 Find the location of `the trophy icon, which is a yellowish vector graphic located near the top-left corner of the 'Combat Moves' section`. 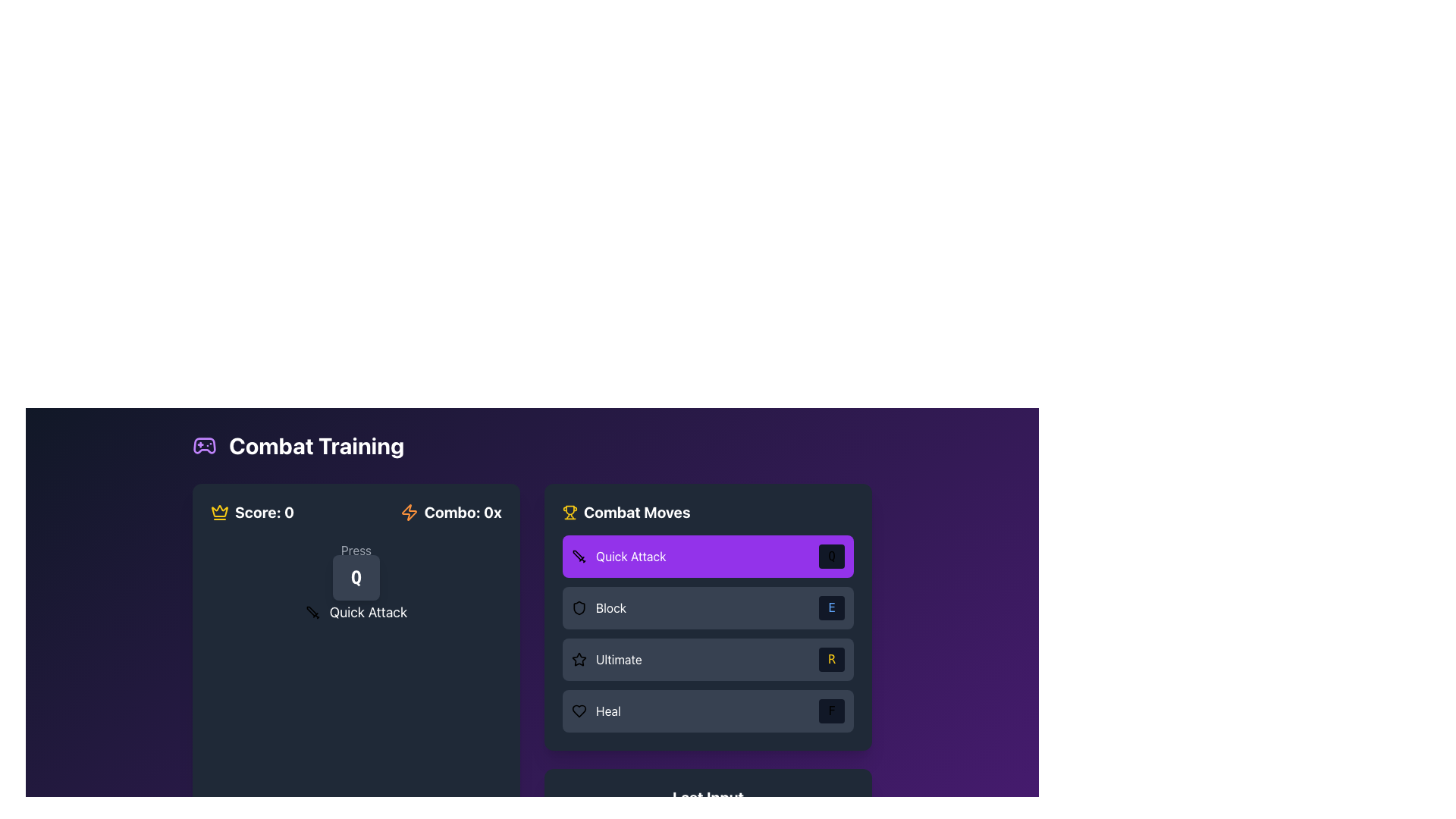

the trophy icon, which is a yellowish vector graphic located near the top-left corner of the 'Combat Moves' section is located at coordinates (570, 510).